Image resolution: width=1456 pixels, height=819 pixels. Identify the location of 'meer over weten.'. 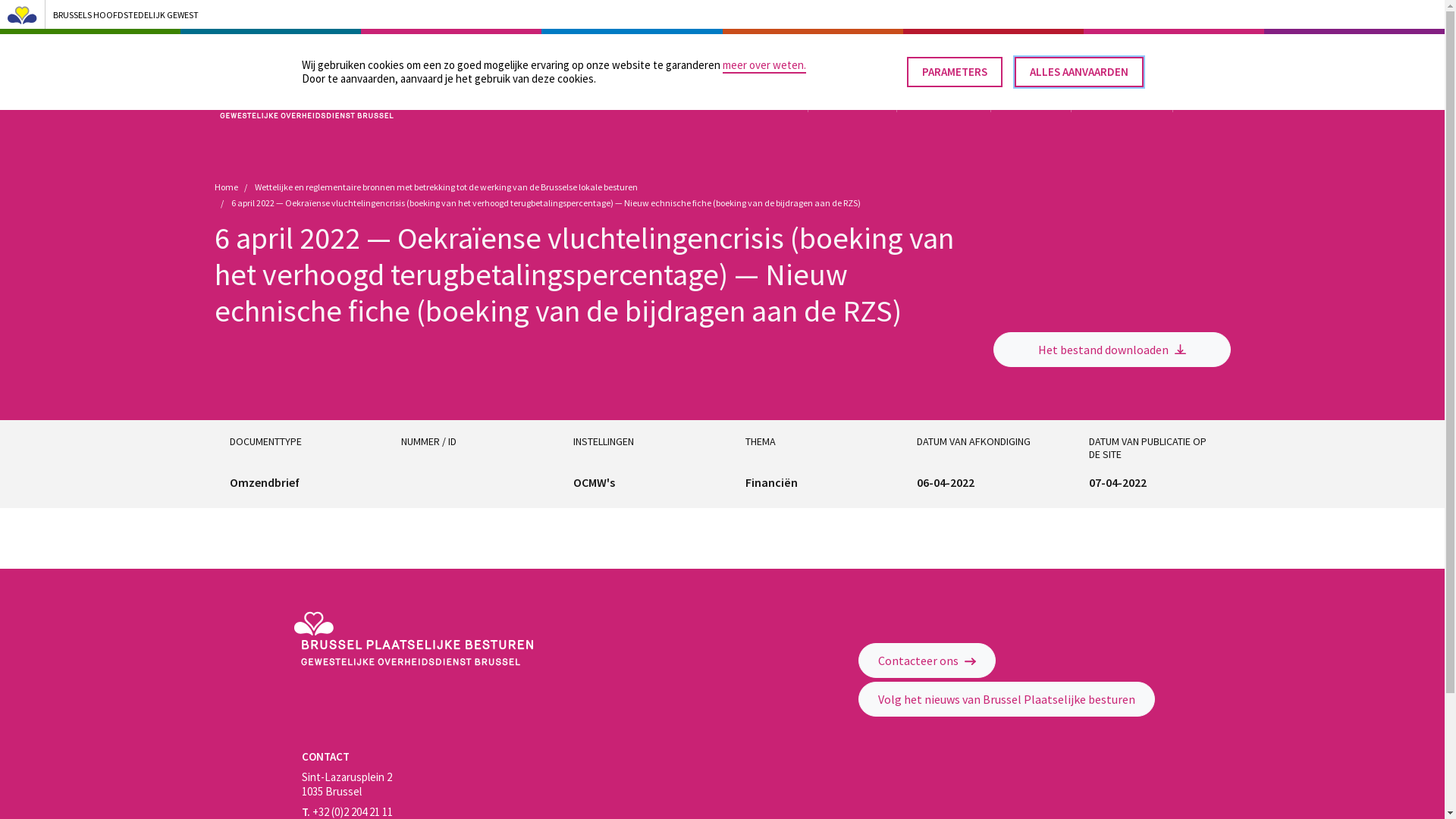
(764, 64).